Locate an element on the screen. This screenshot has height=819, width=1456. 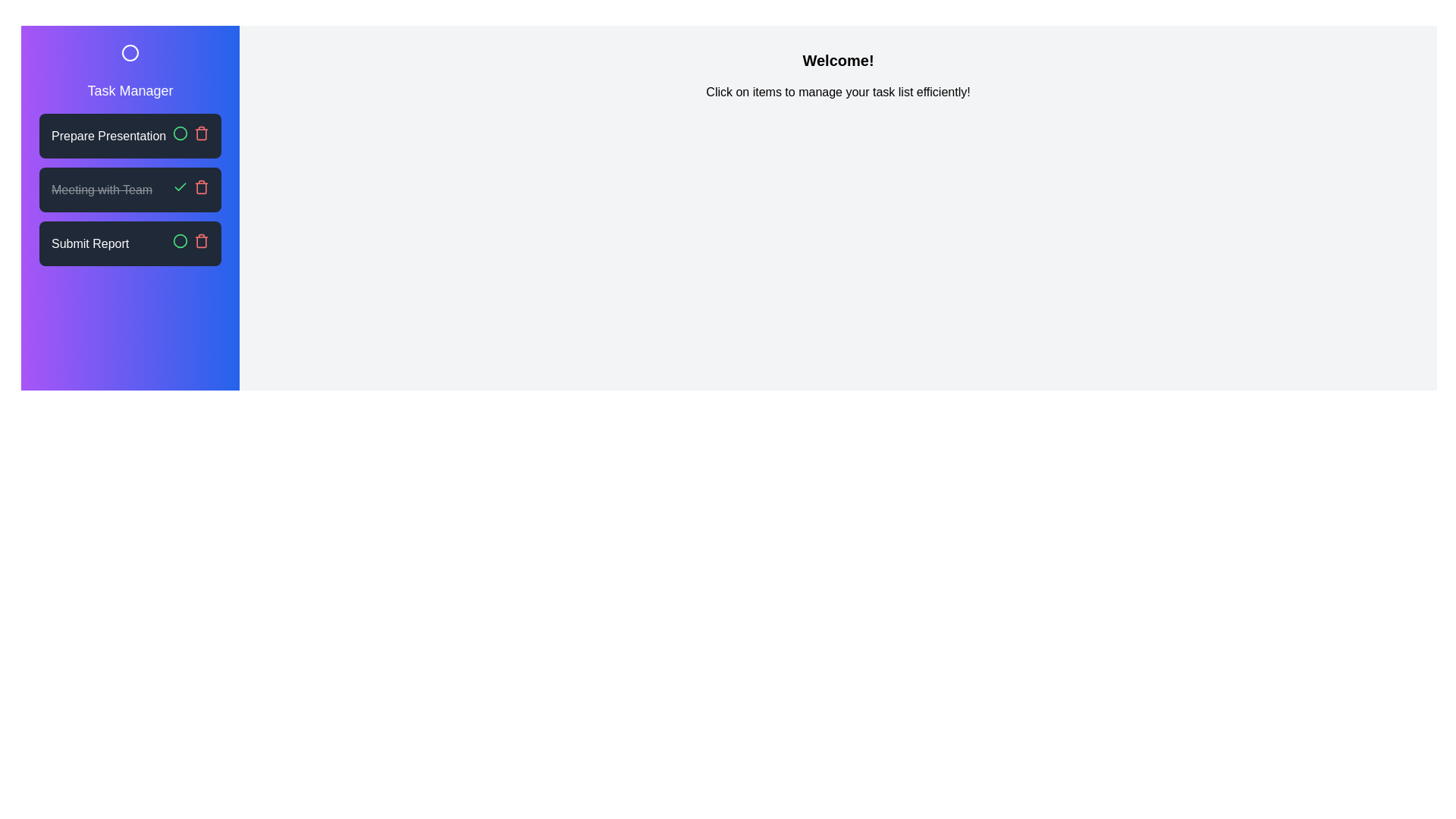
the delete button for the task Prepare Presentation is located at coordinates (200, 133).